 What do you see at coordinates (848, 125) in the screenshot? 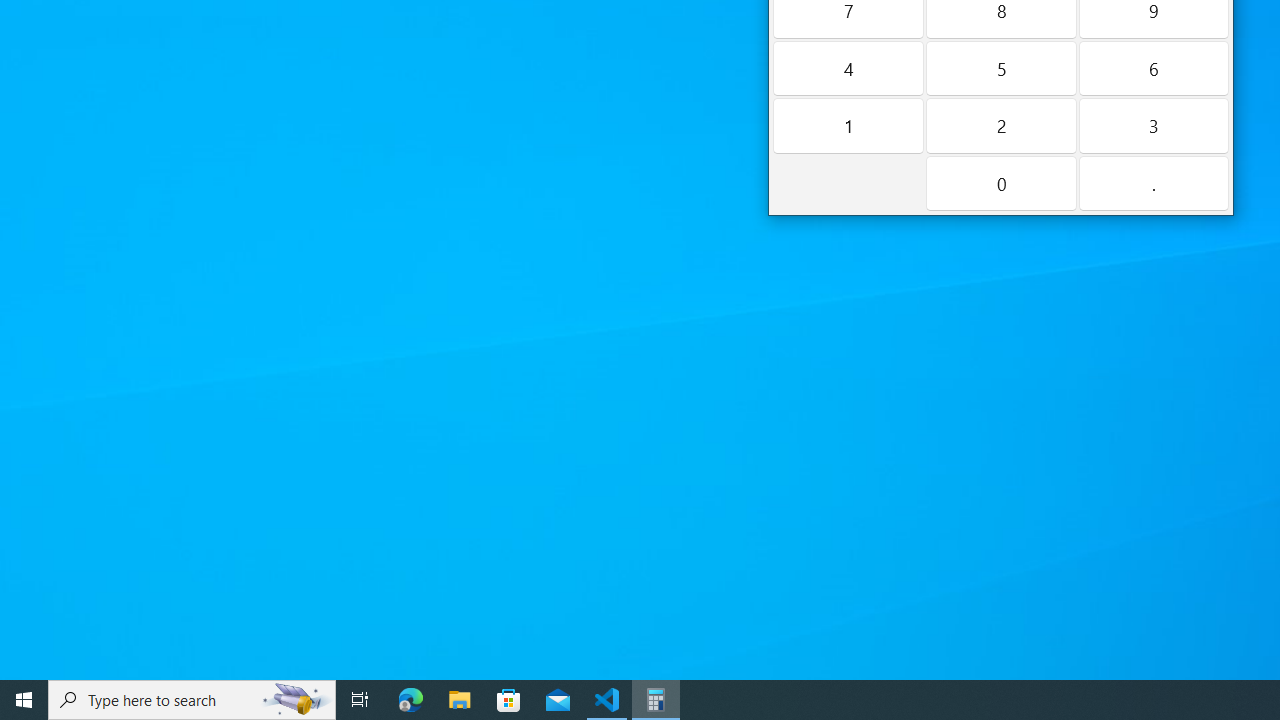
I see `'One'` at bounding box center [848, 125].